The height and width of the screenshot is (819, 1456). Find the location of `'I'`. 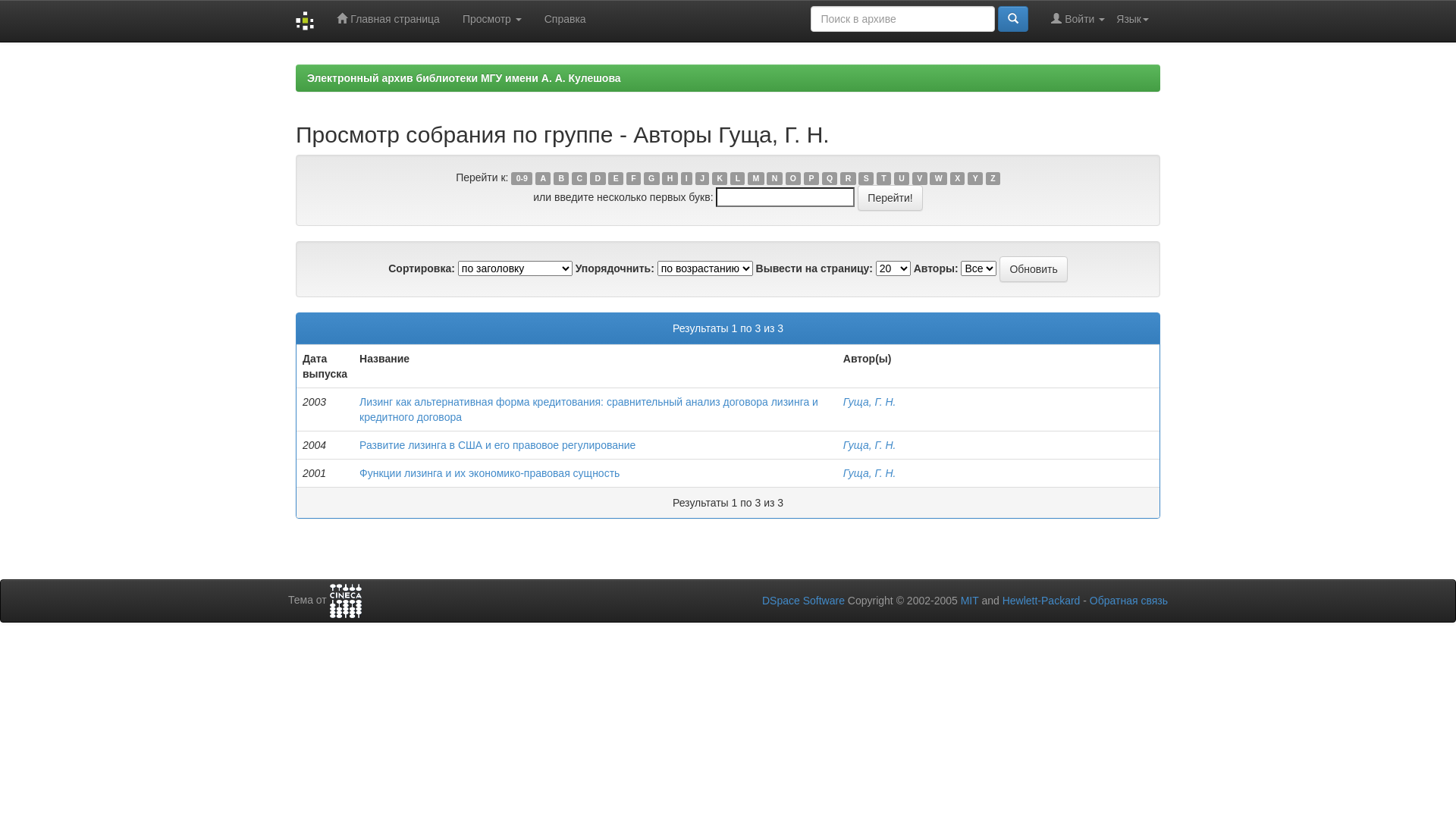

'I' is located at coordinates (686, 177).